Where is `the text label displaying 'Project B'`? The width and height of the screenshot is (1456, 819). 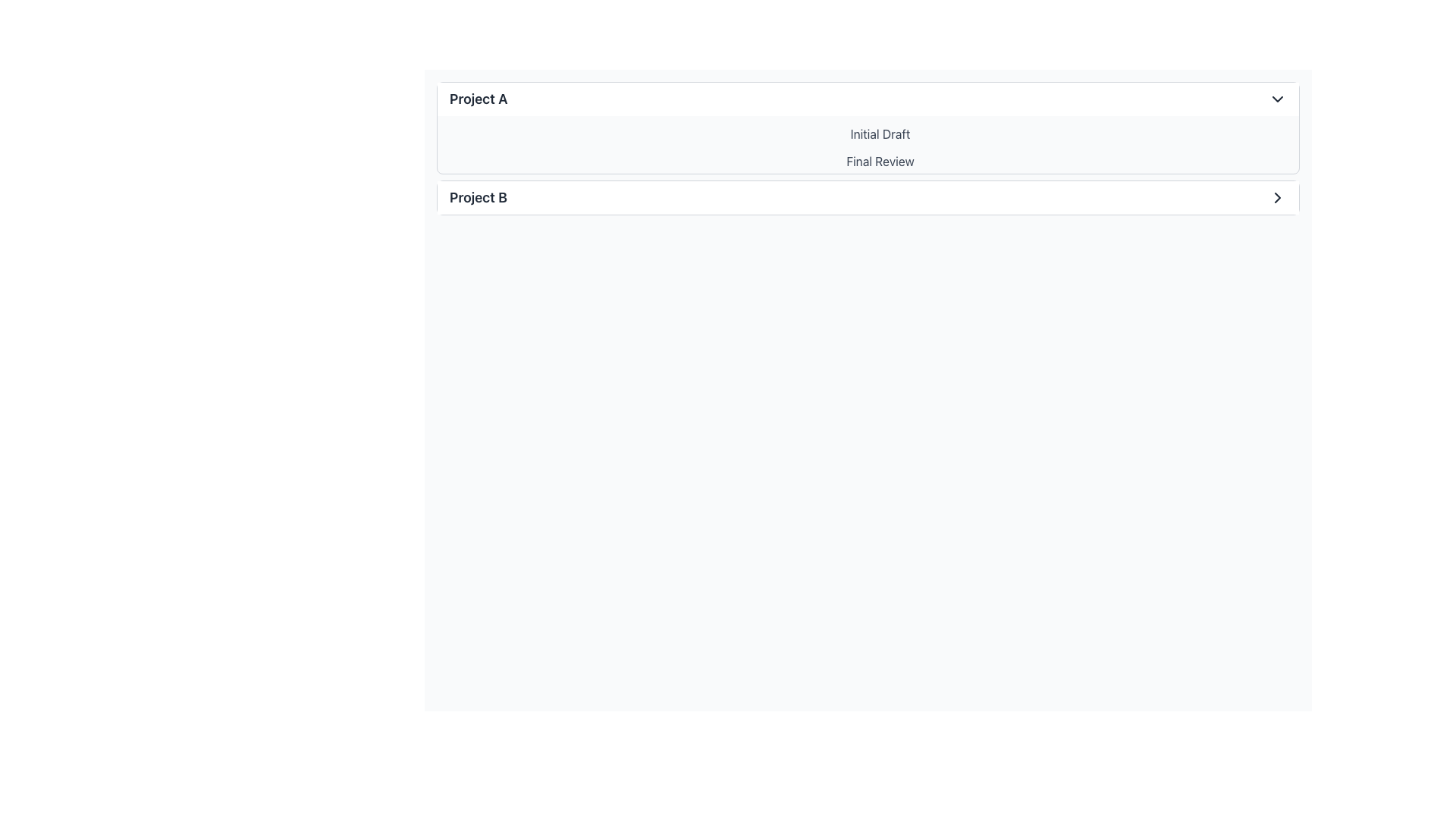
the text label displaying 'Project B' is located at coordinates (478, 197).